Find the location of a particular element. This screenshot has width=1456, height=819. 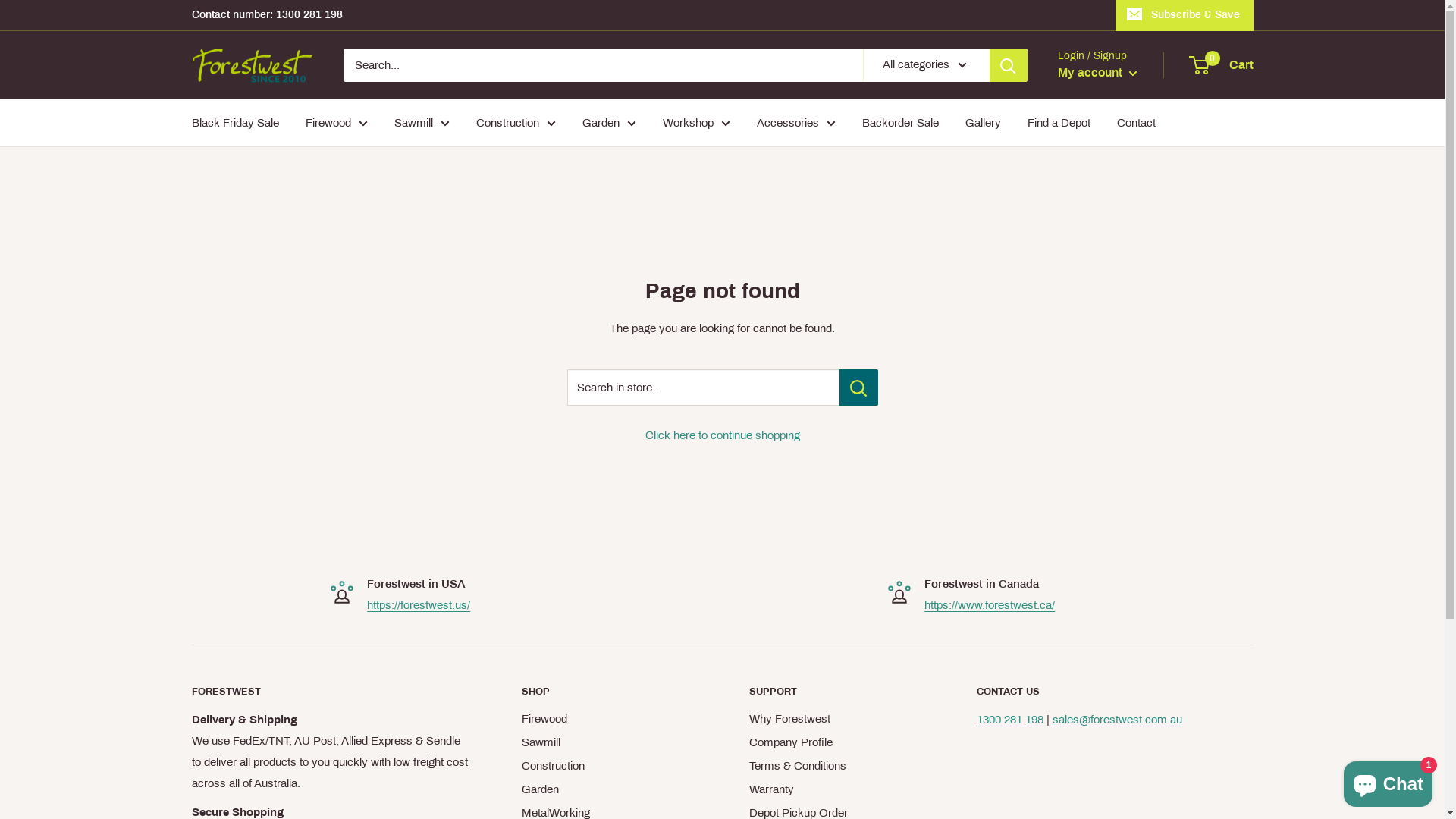

'FORESTWEST' is located at coordinates (328, 691).